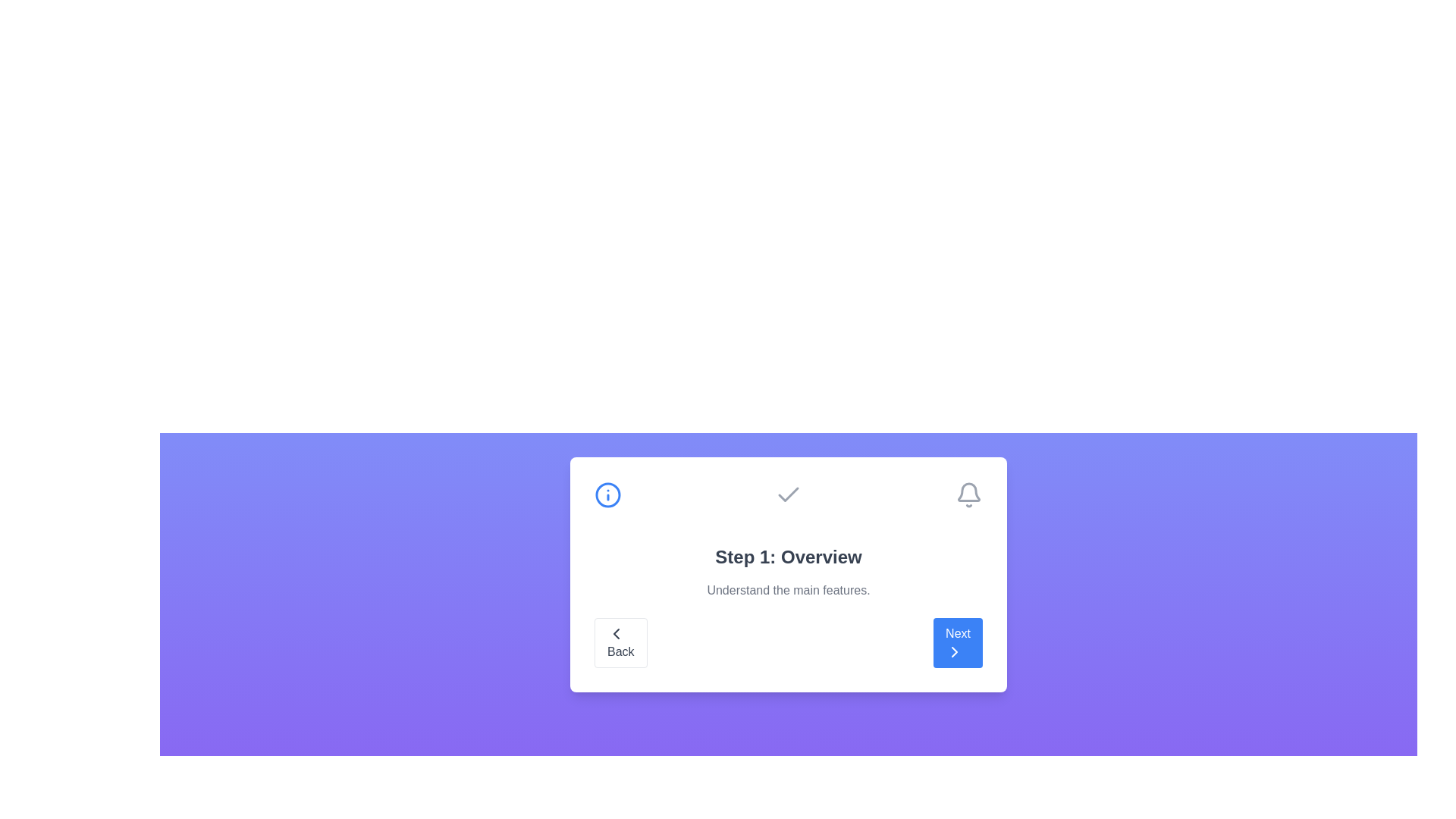 The image size is (1456, 819). What do you see at coordinates (968, 494) in the screenshot?
I see `the step icon for step 3` at bounding box center [968, 494].